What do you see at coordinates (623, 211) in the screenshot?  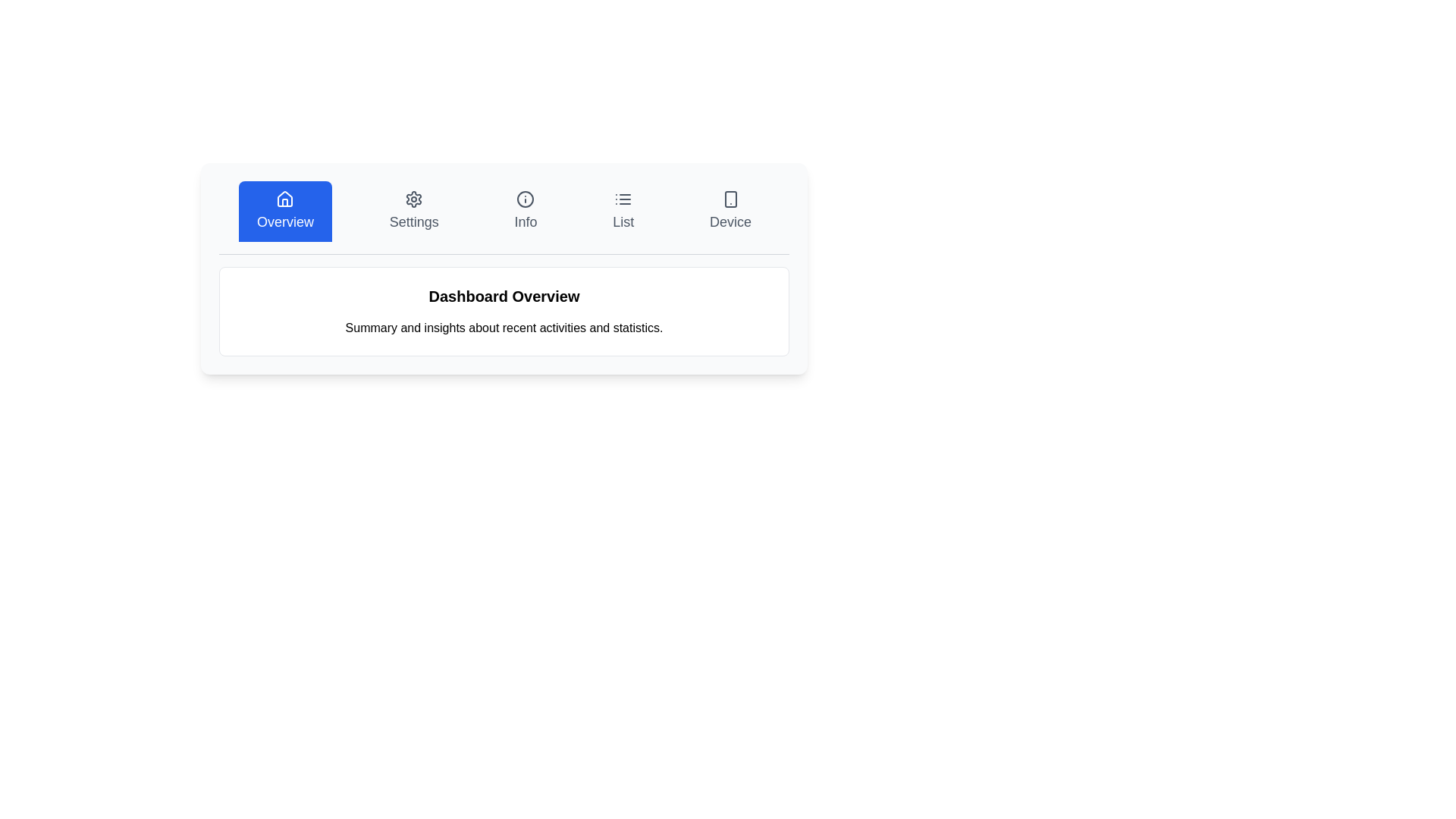 I see `the navigation button that takes users to the 'List' section` at bounding box center [623, 211].